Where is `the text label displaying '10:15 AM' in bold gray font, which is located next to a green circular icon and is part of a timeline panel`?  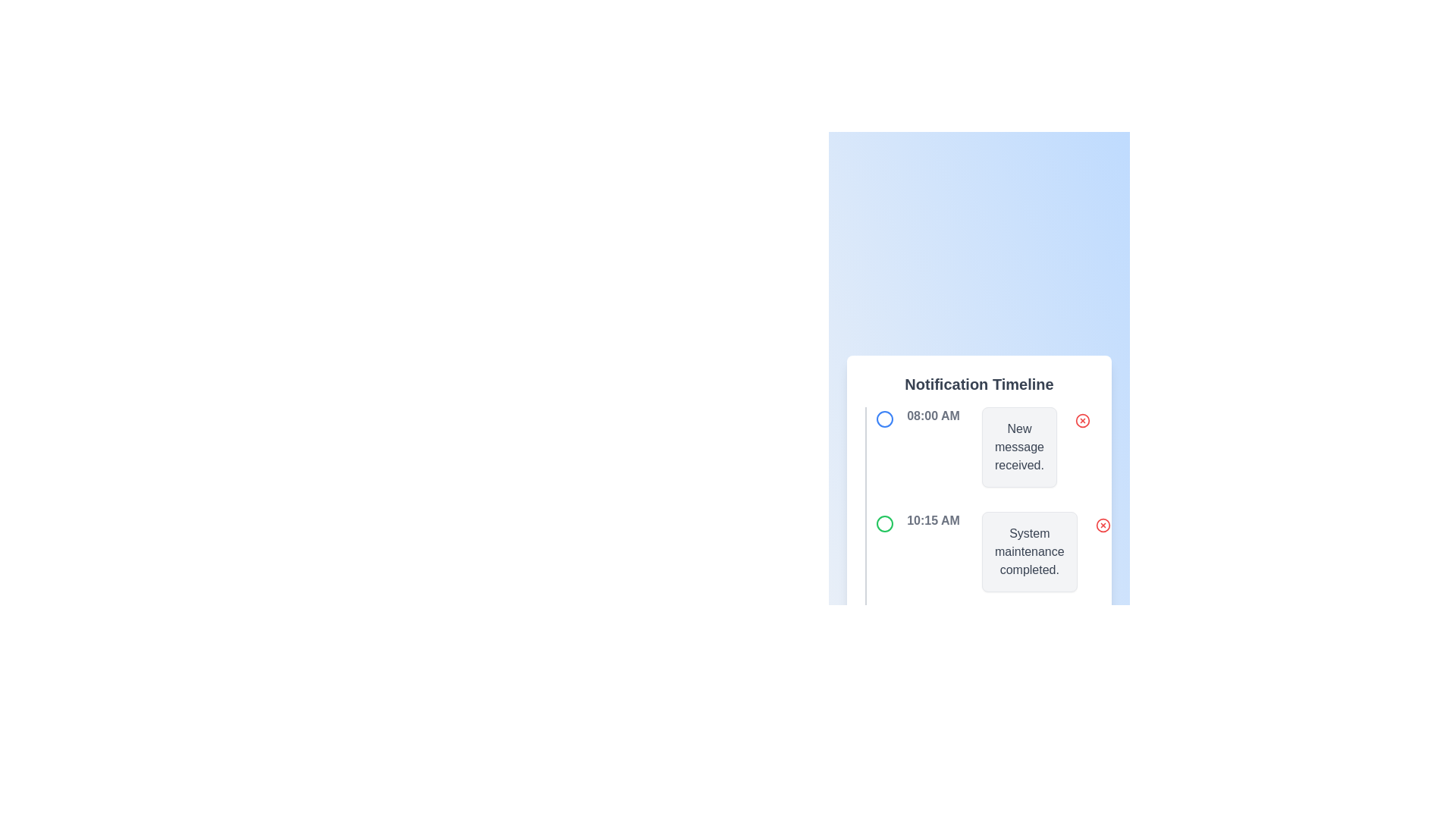
the text label displaying '10:15 AM' in bold gray font, which is located next to a green circular icon and is part of a timeline panel is located at coordinates (932, 519).